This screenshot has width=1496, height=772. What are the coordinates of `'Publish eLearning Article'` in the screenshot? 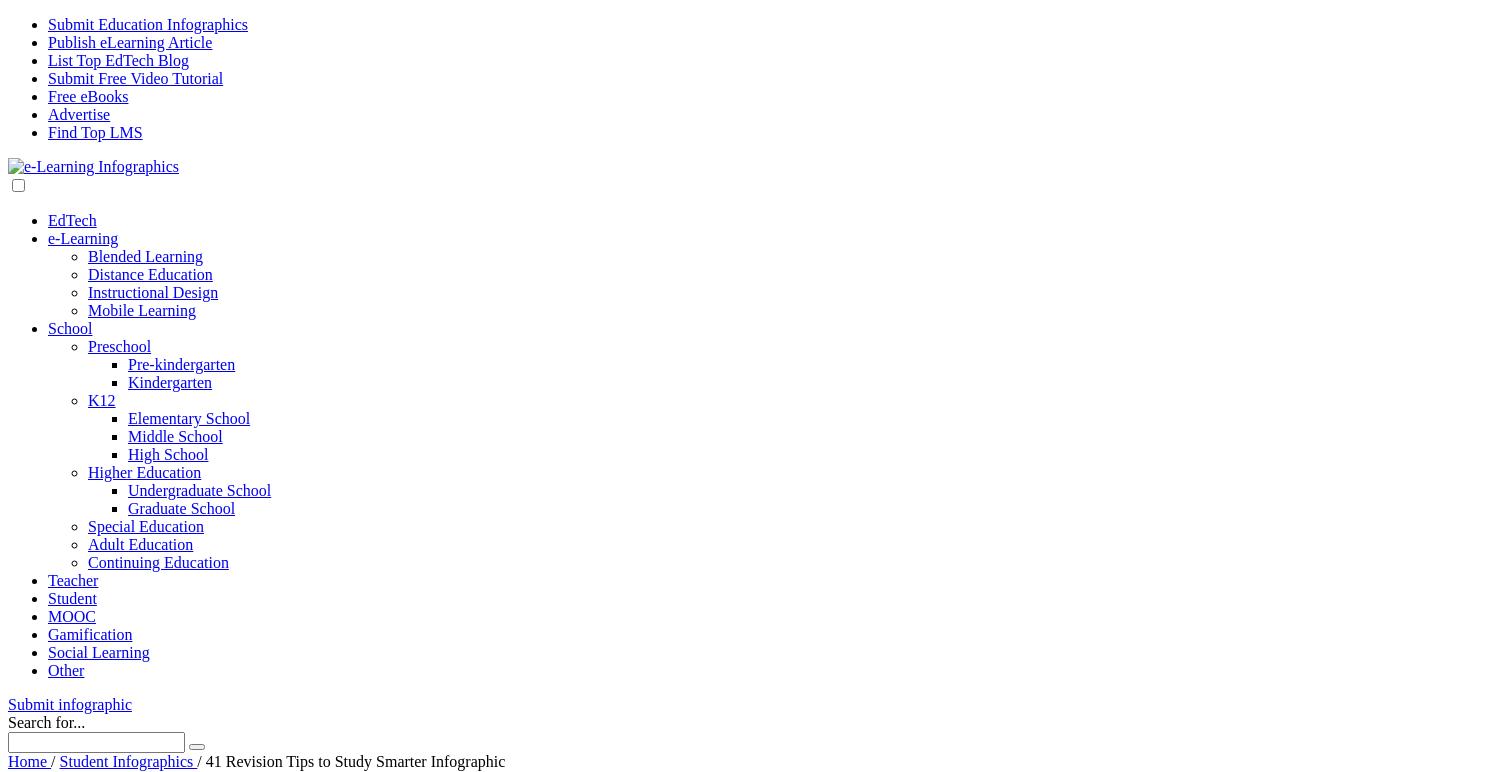 It's located at (129, 41).